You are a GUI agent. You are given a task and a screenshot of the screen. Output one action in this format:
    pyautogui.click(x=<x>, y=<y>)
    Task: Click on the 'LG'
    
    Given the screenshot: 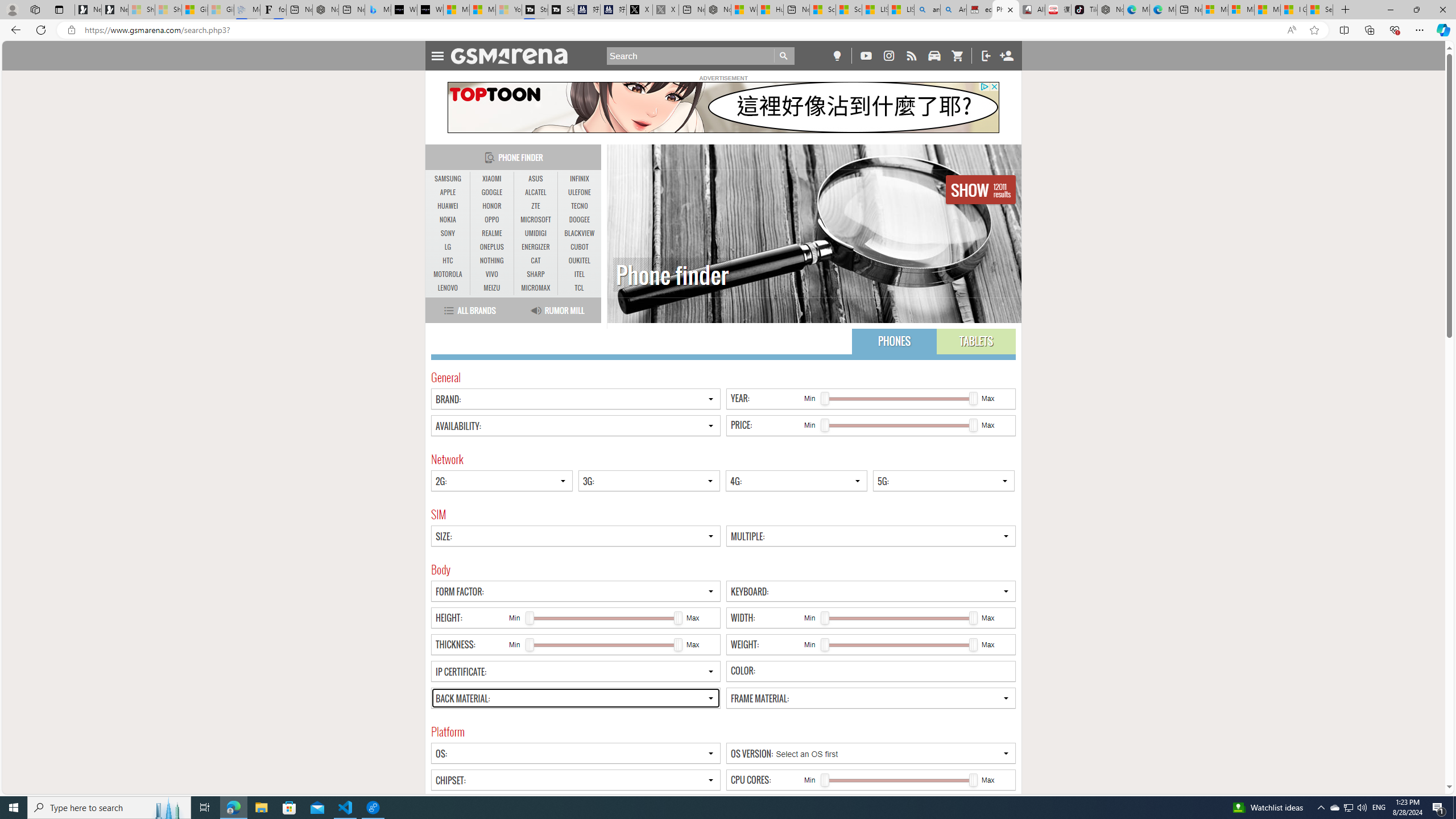 What is the action you would take?
    pyautogui.click(x=448, y=246)
    